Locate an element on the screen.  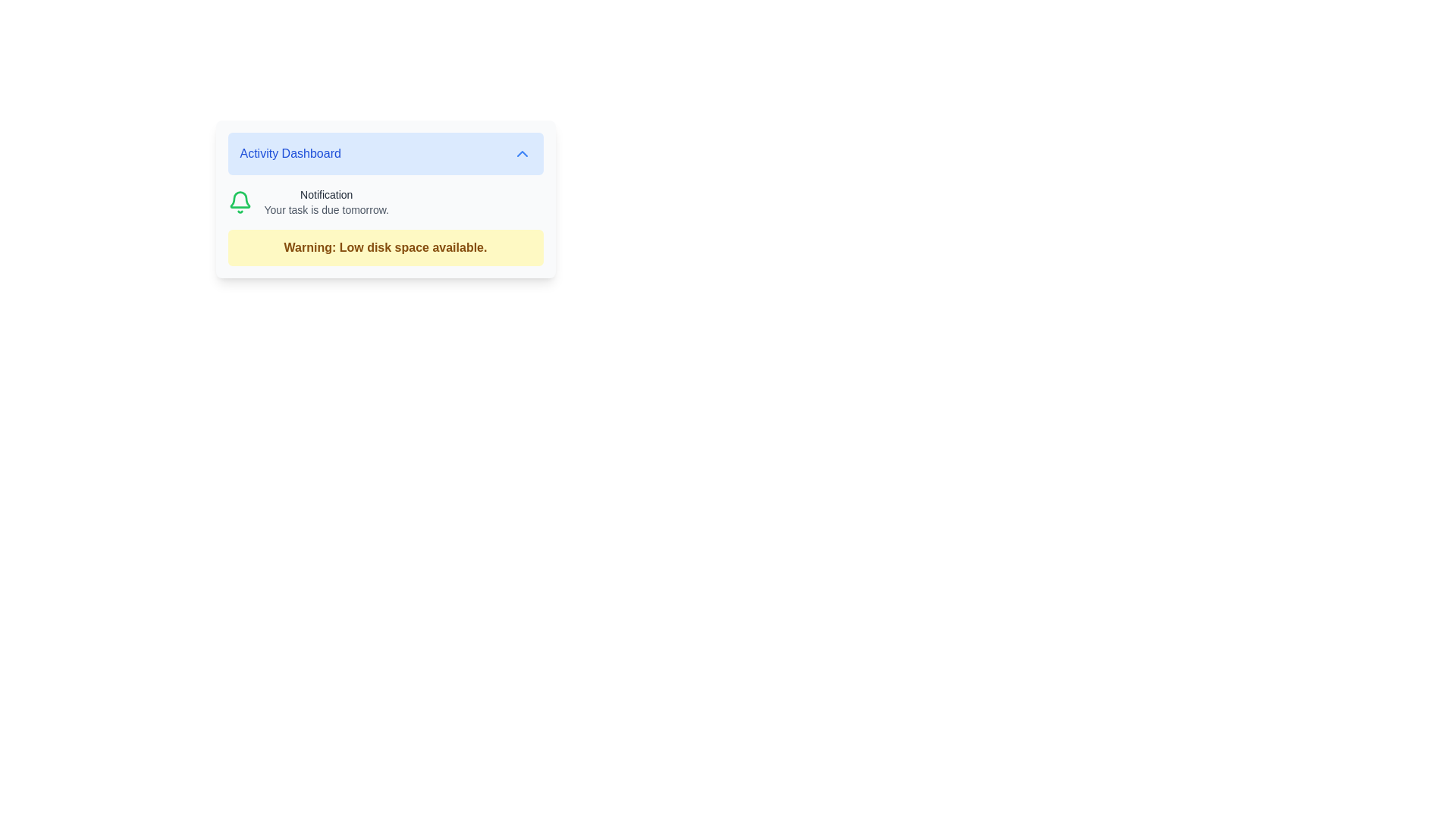
the text display element that shows the heading 'Notification' and the message 'Your task is due tomorrow.' is located at coordinates (325, 201).